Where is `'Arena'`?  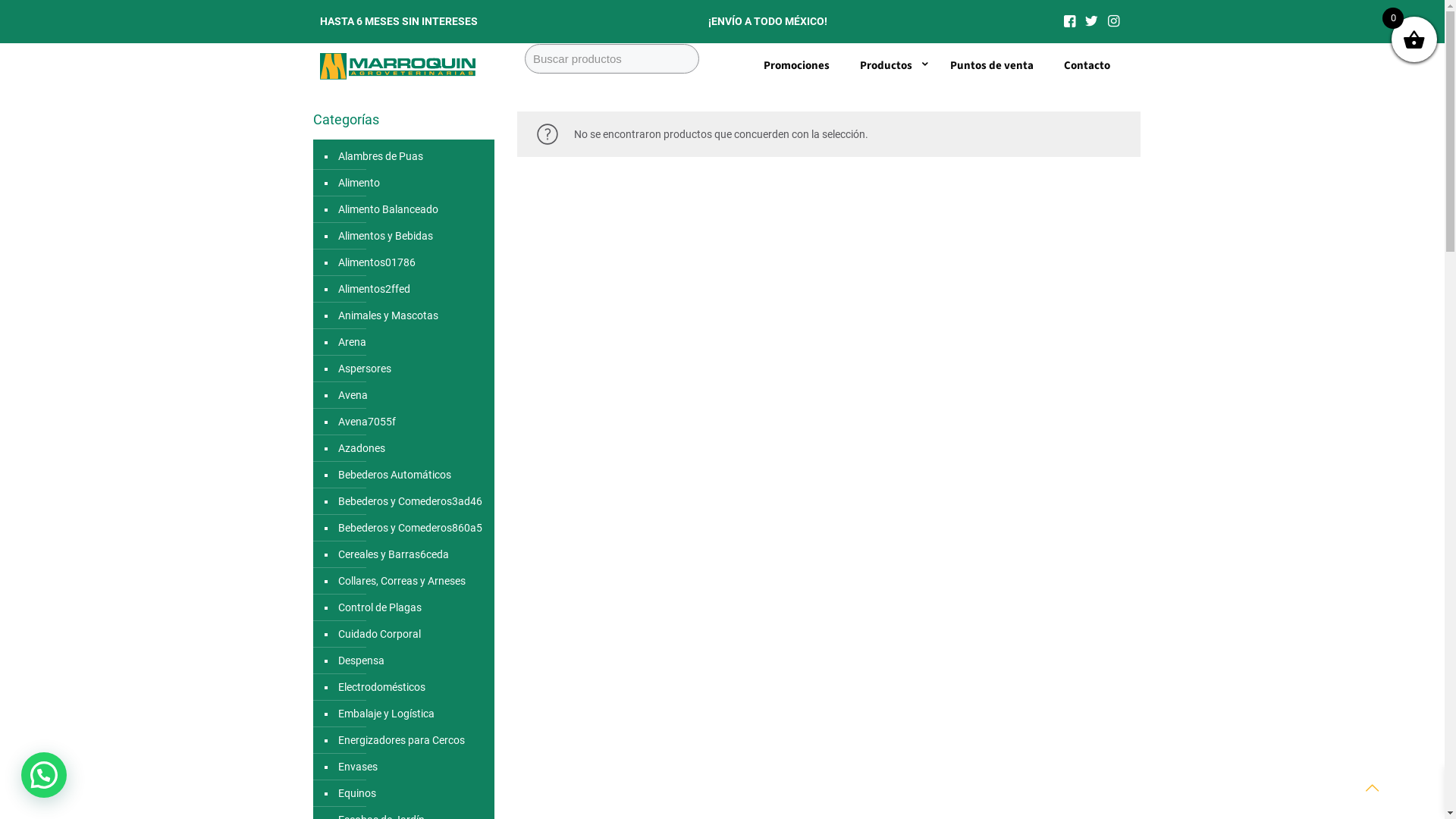
'Arena' is located at coordinates (411, 342).